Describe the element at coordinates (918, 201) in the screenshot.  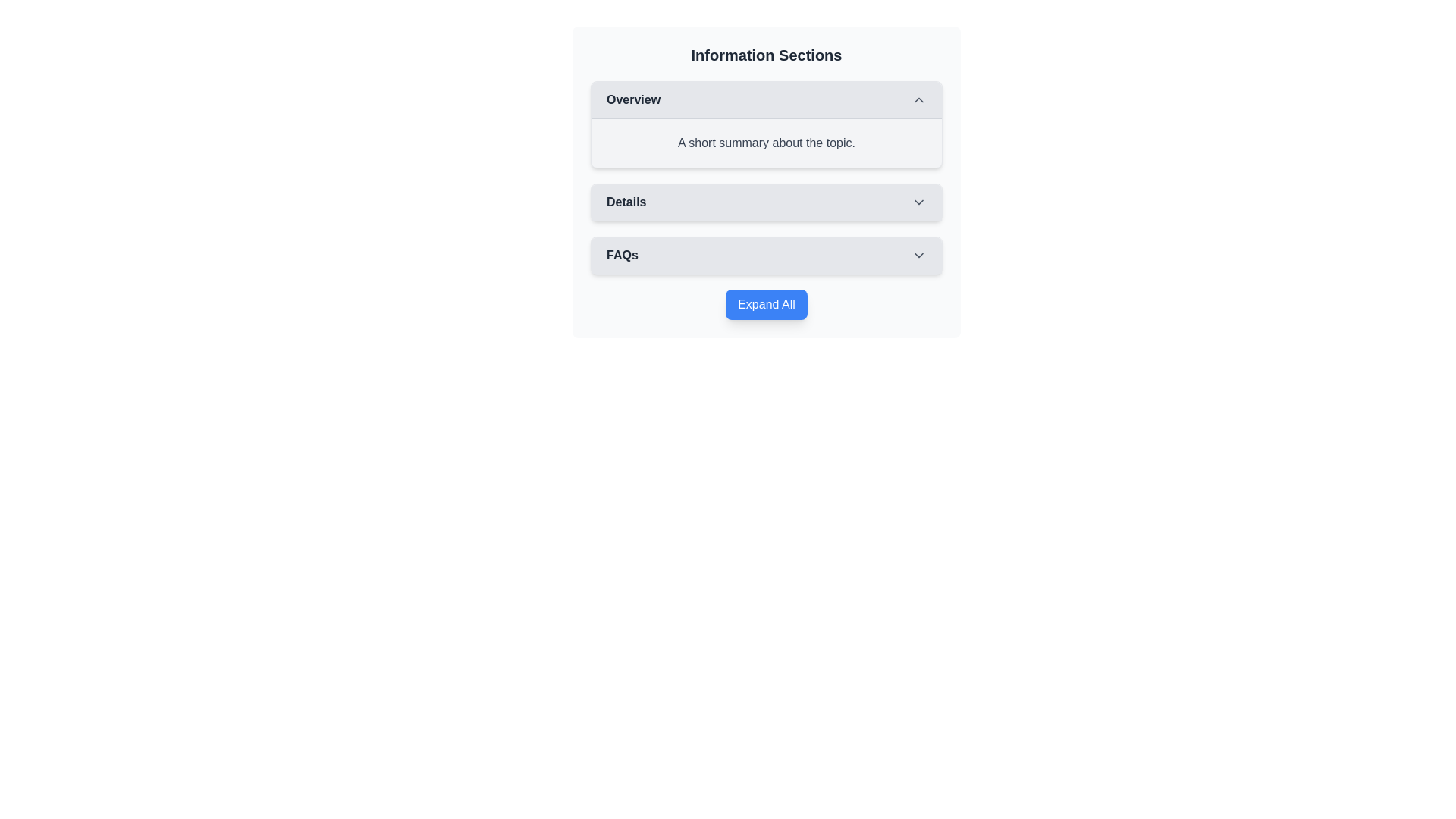
I see `the dropdown toggle icon next to the 'Details' label` at that location.